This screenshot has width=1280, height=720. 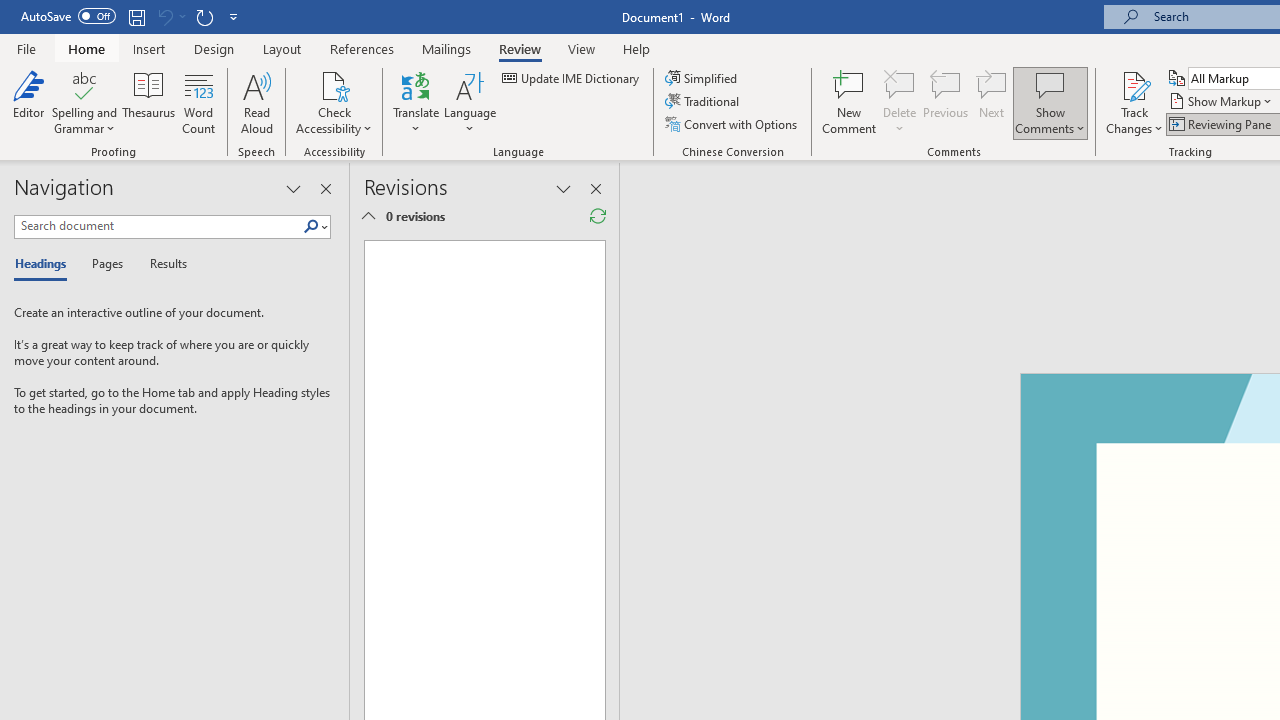 I want to click on 'Show Comments', so click(x=1049, y=103).